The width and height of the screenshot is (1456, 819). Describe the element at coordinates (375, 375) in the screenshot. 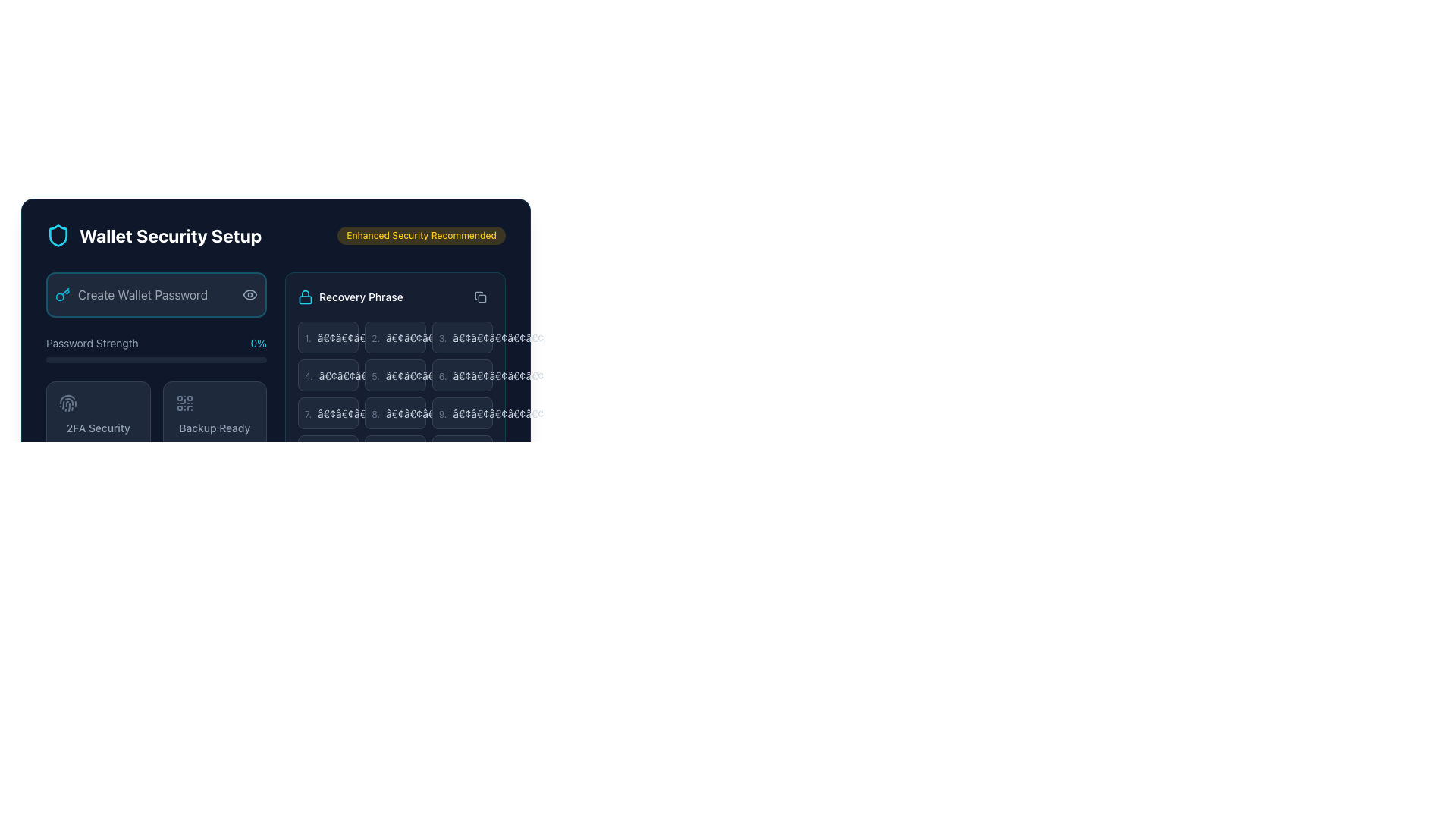

I see `visually on the text label displaying the number '5.' in light gray font, located in the top left corner of the recovery phrase card interface` at that location.